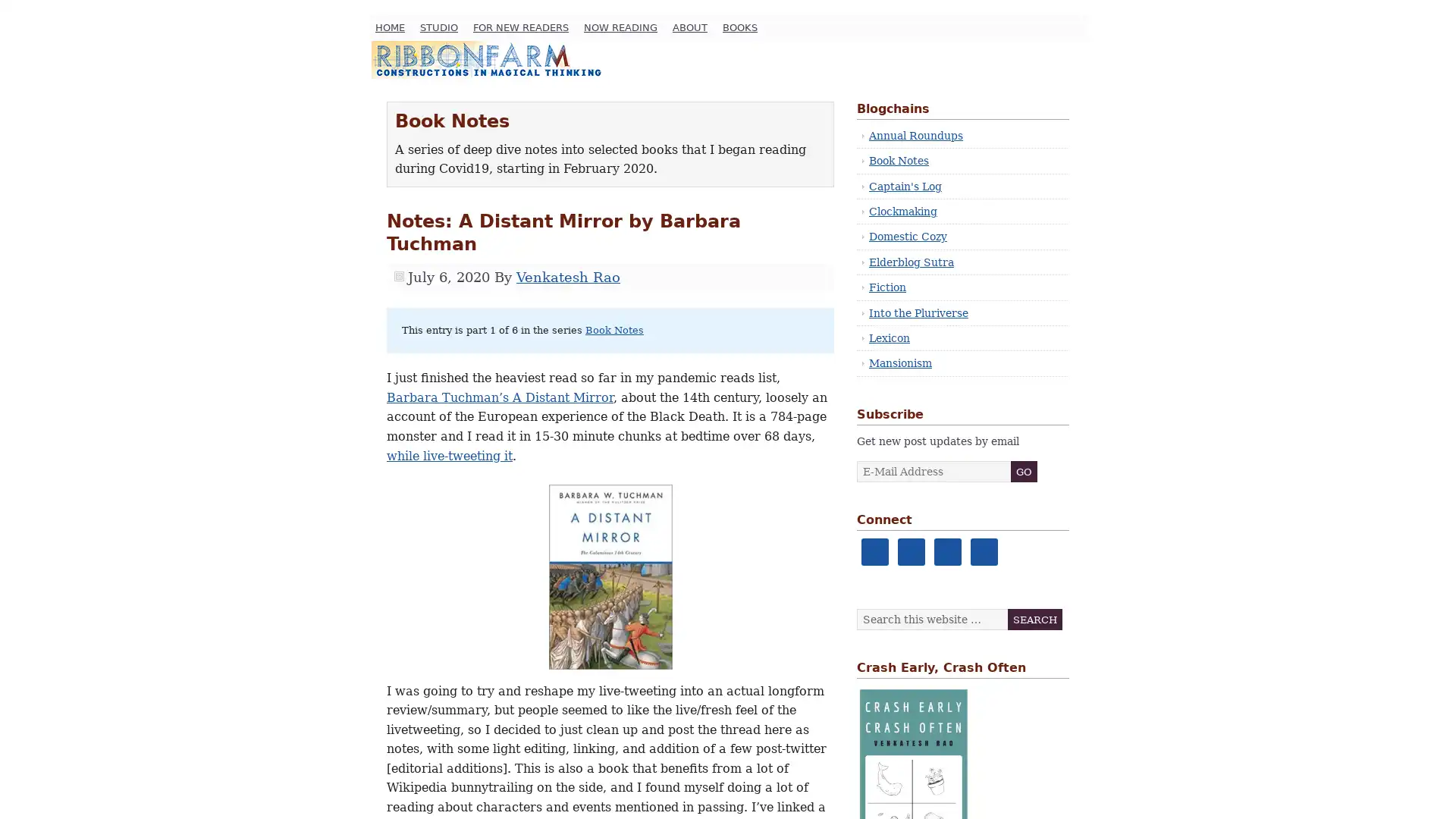 This screenshot has height=819, width=1456. Describe the element at coordinates (1024, 470) in the screenshot. I see `Go` at that location.